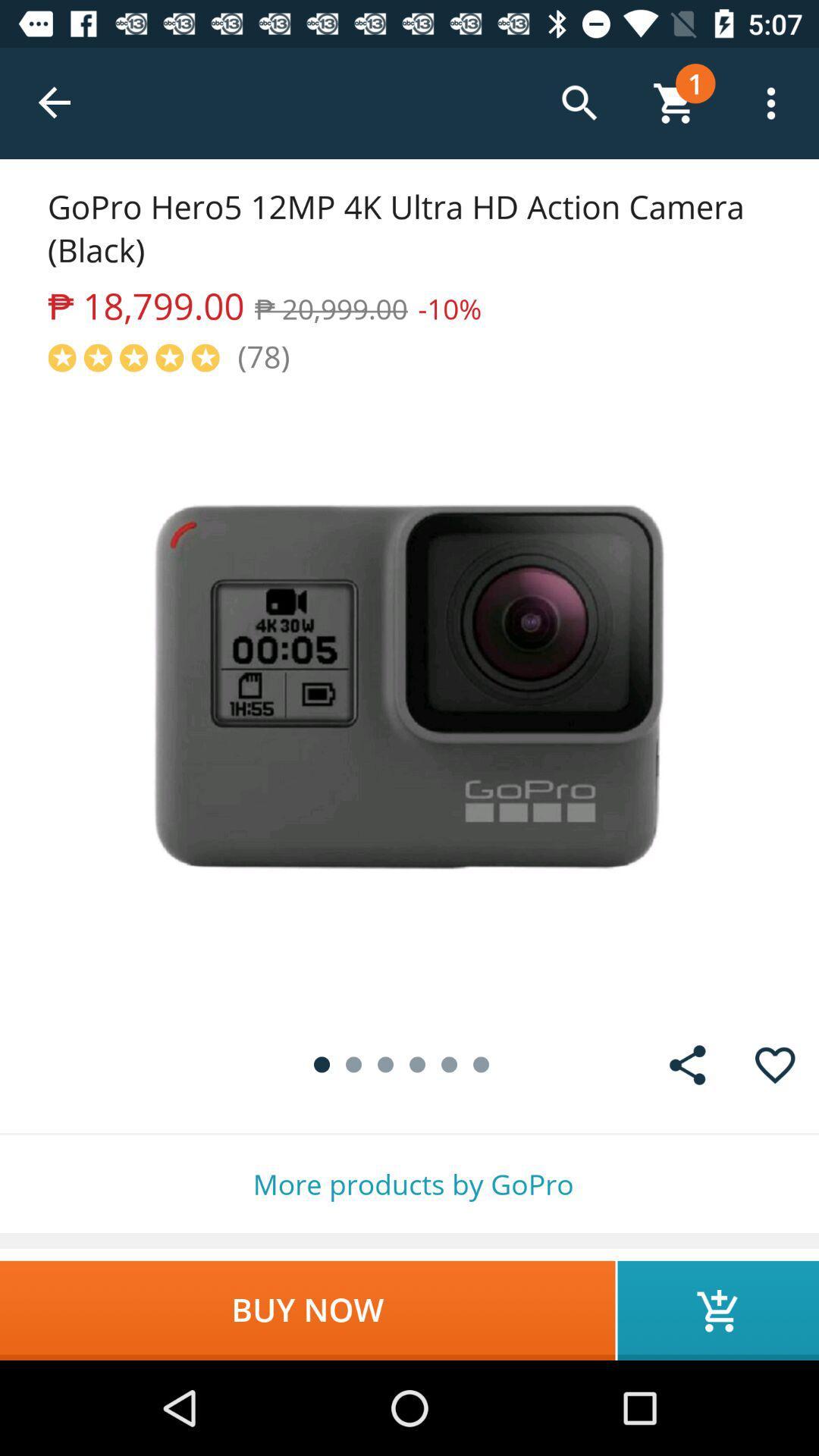 This screenshot has height=1456, width=819. I want to click on back button, so click(55, 102).